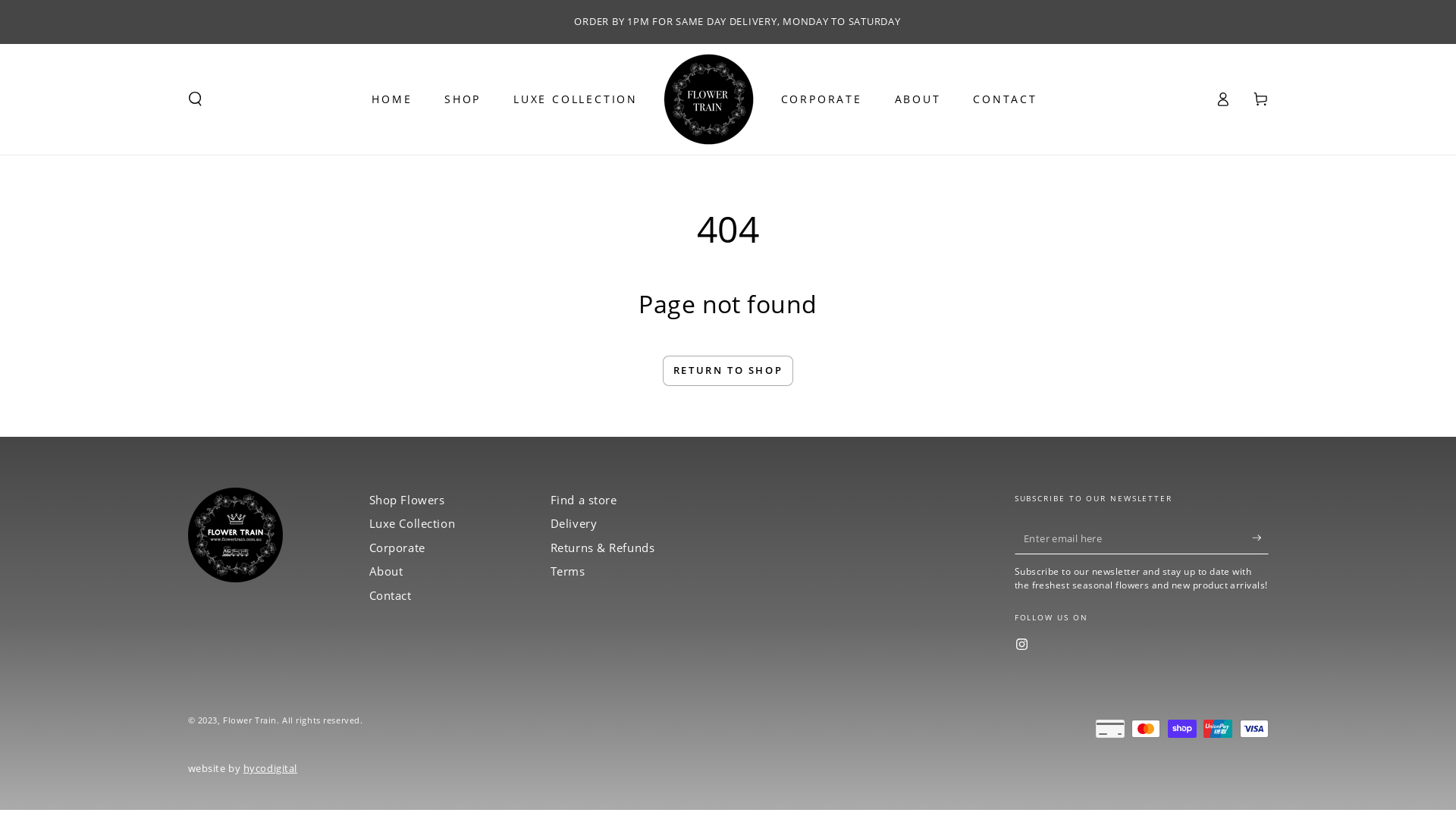 Image resolution: width=1456 pixels, height=819 pixels. I want to click on 'Flower Train', so click(249, 719).